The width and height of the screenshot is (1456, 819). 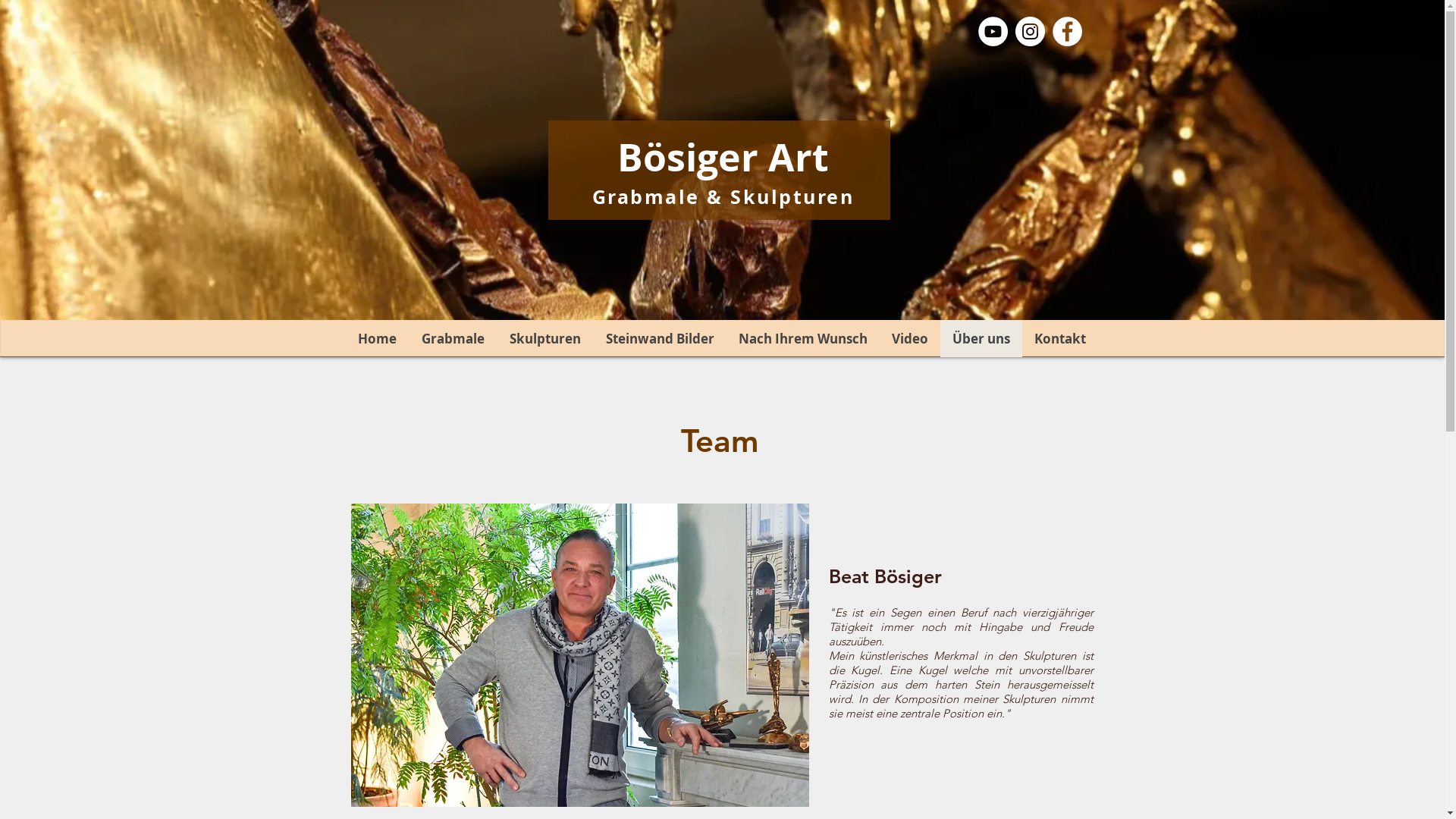 I want to click on 'Kontakt', so click(x=1059, y=337).